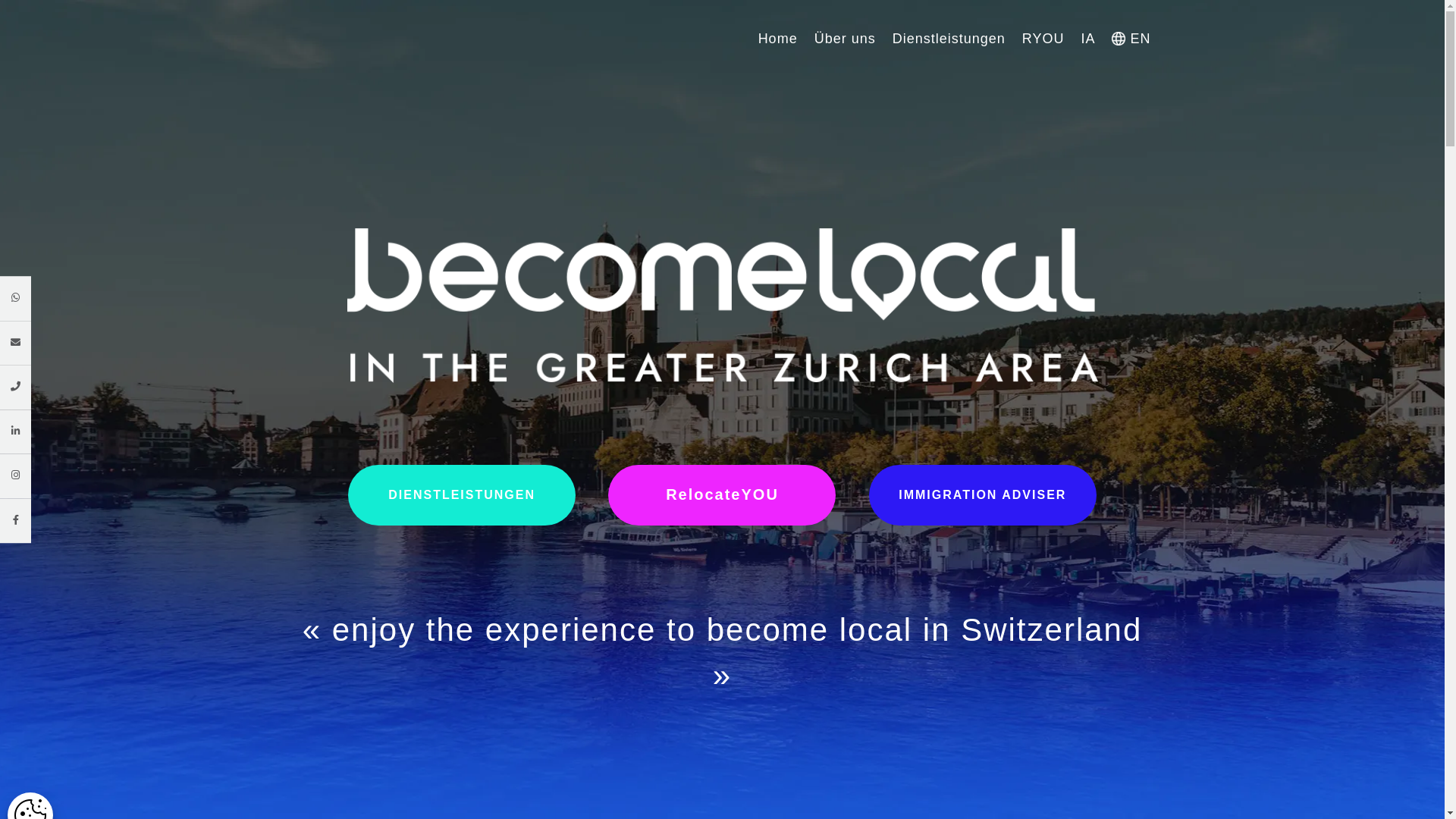 Image resolution: width=1456 pixels, height=819 pixels. Describe the element at coordinates (1087, 37) in the screenshot. I see `'IA'` at that location.